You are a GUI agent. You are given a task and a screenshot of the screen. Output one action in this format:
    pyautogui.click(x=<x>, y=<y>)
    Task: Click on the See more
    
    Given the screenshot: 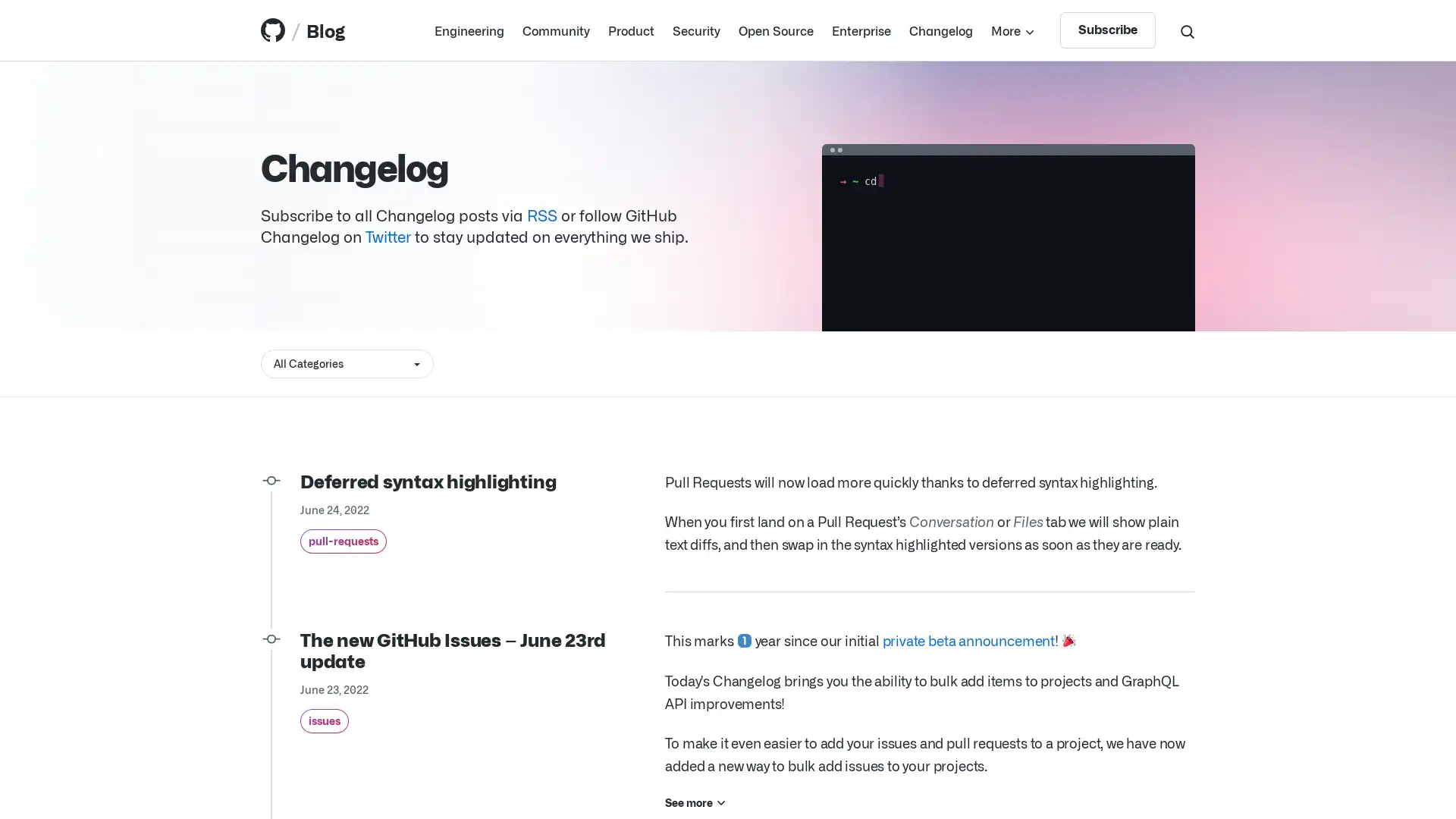 What is the action you would take?
    pyautogui.click(x=695, y=802)
    